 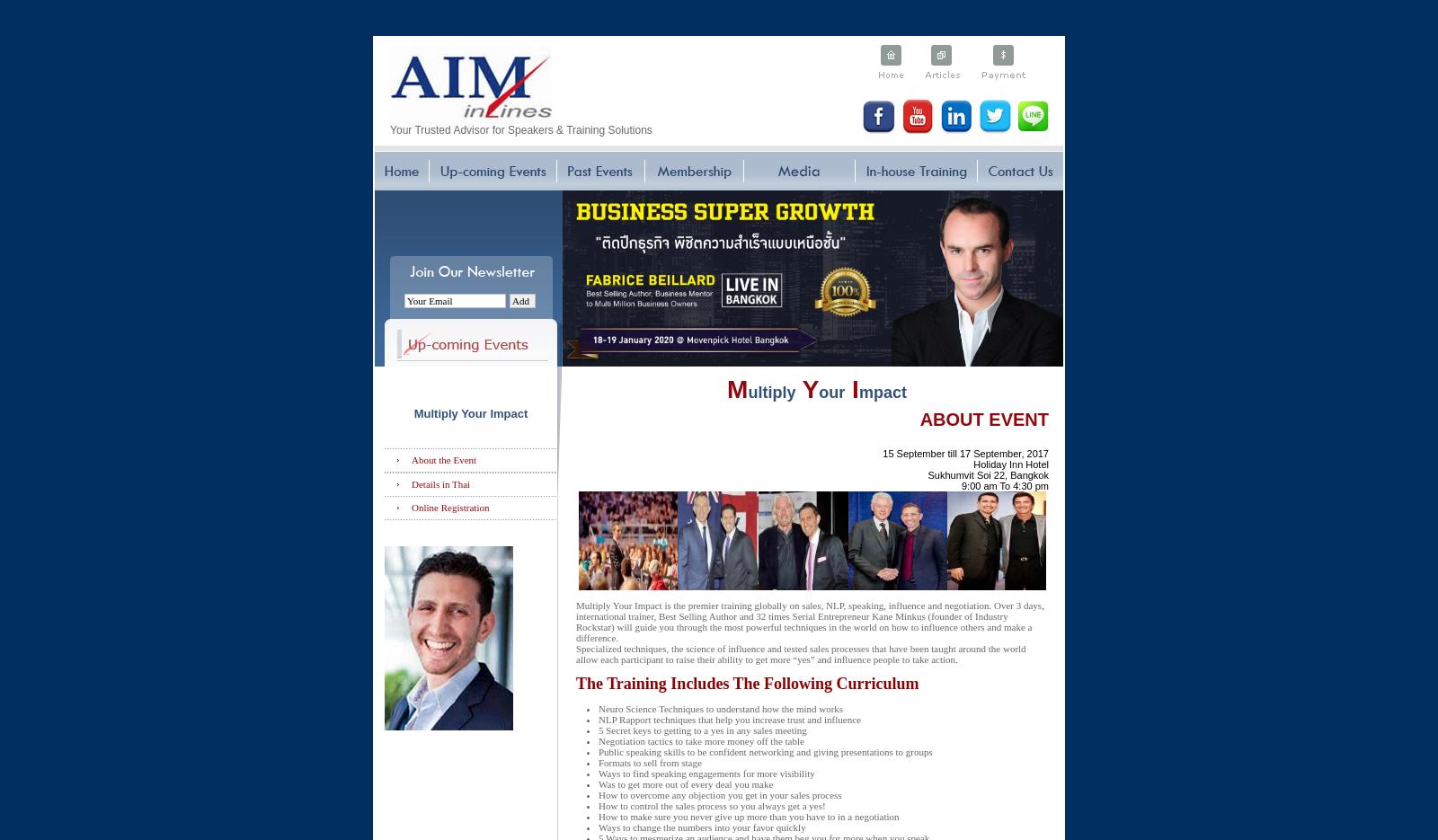 I want to click on 'Become our Partner', so click(x=420, y=110).